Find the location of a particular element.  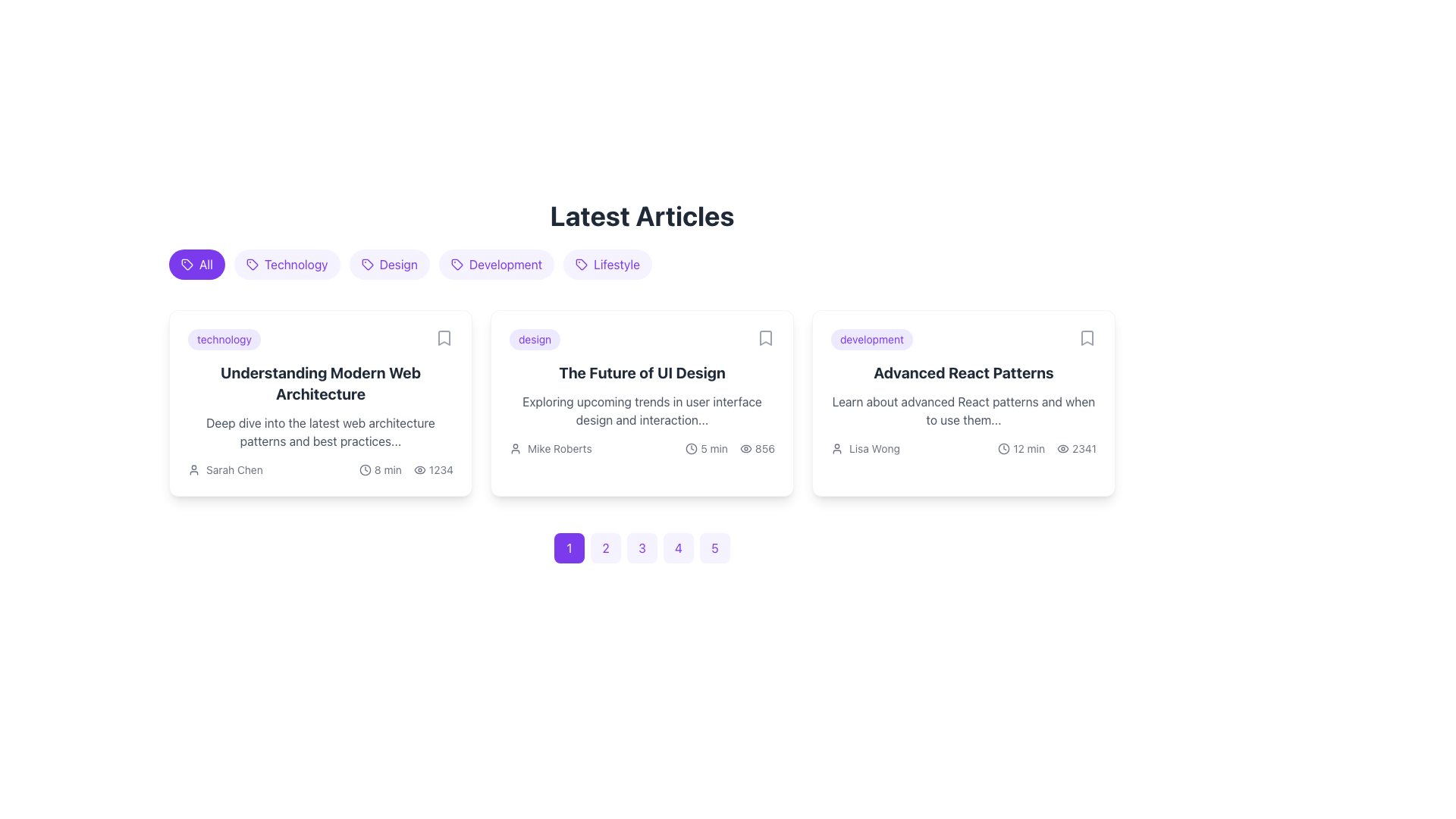

the SVG Circle Element that represents the clock face in the article card's metadata, which is part of a larger clock icon is located at coordinates (365, 469).